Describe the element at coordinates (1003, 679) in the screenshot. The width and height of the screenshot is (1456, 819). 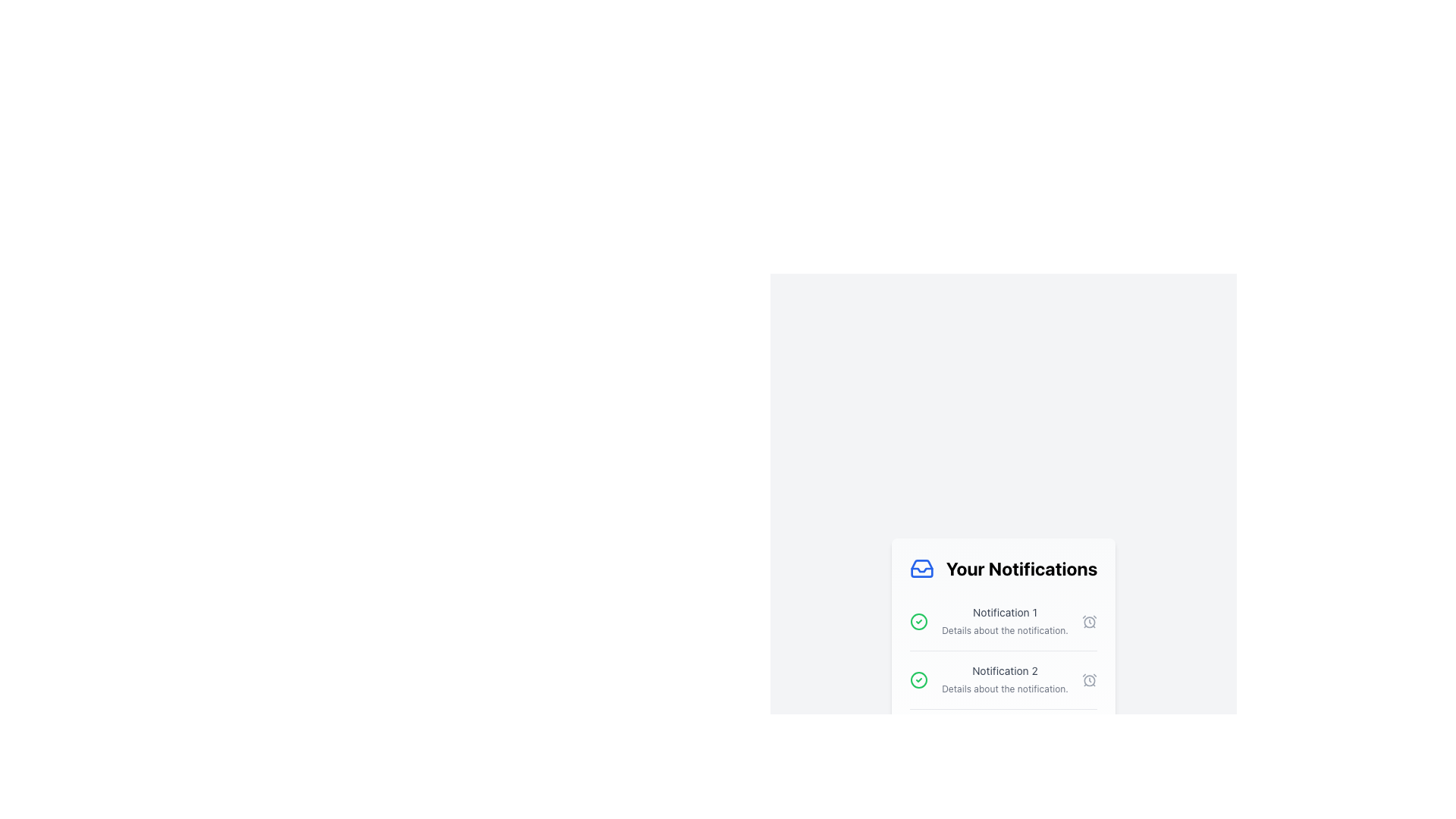
I see `the second notification entry` at that location.